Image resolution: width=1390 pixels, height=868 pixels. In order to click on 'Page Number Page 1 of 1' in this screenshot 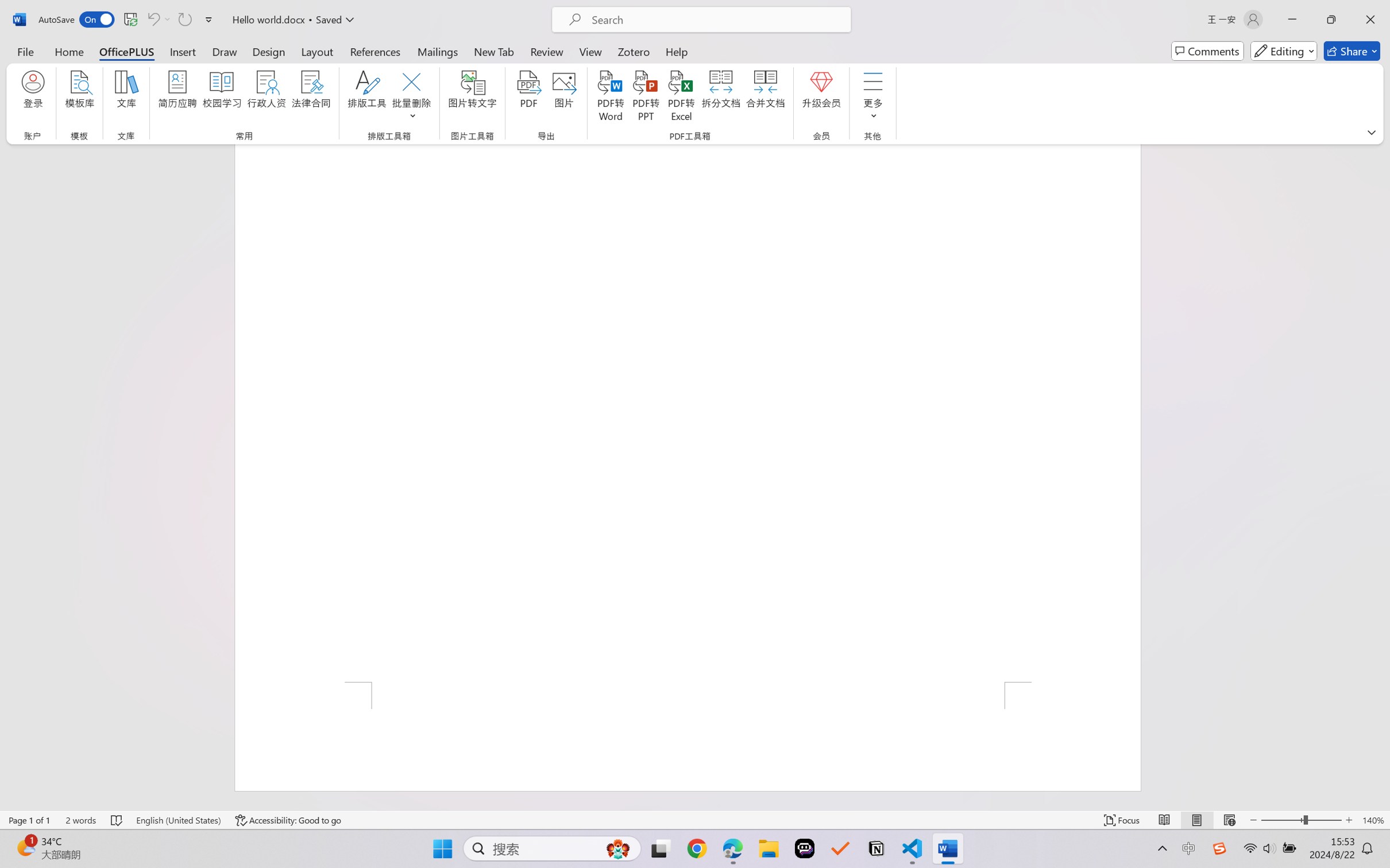, I will do `click(30, 820)`.